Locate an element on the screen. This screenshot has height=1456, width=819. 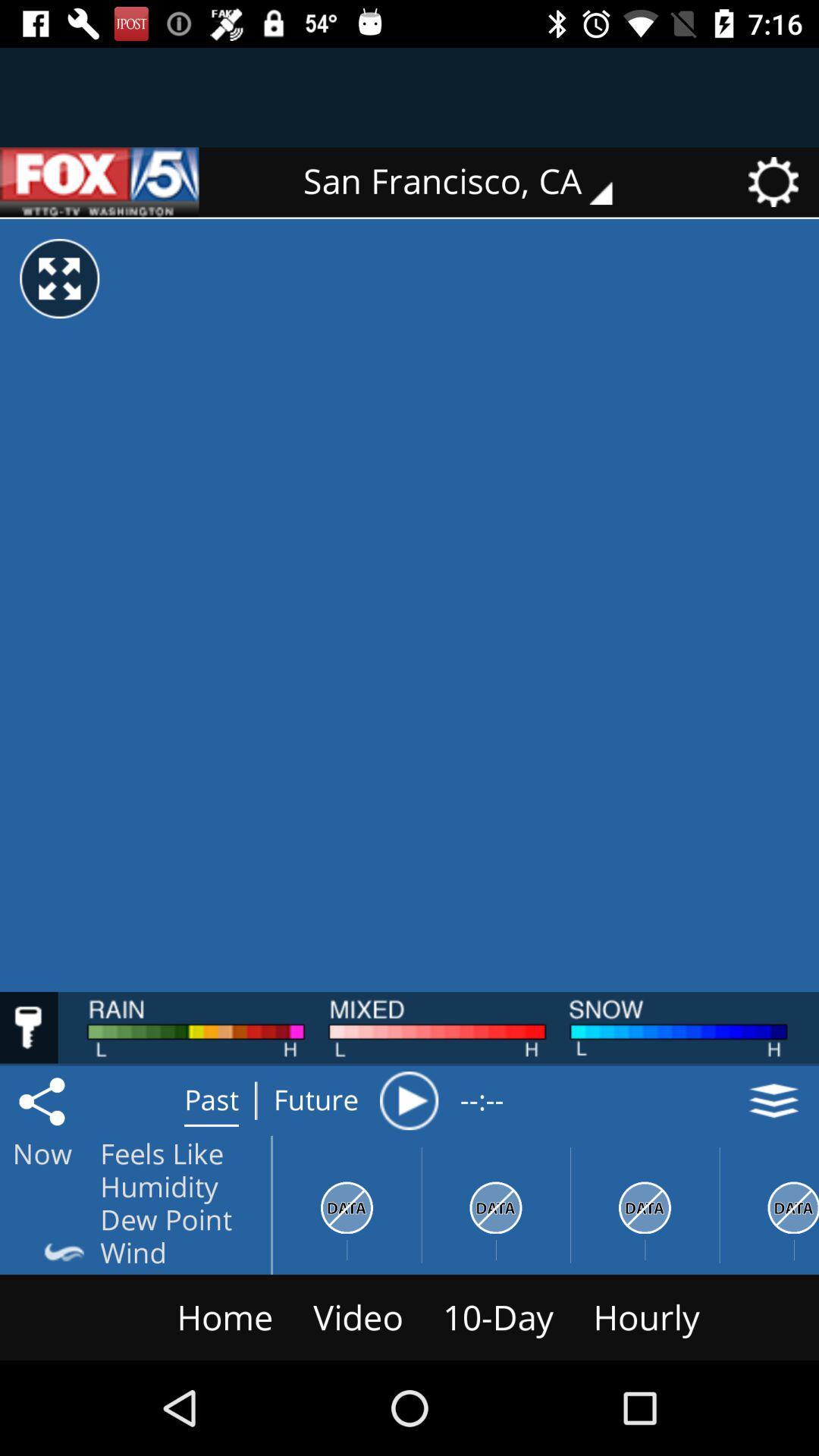
the share icon is located at coordinates (44, 1100).